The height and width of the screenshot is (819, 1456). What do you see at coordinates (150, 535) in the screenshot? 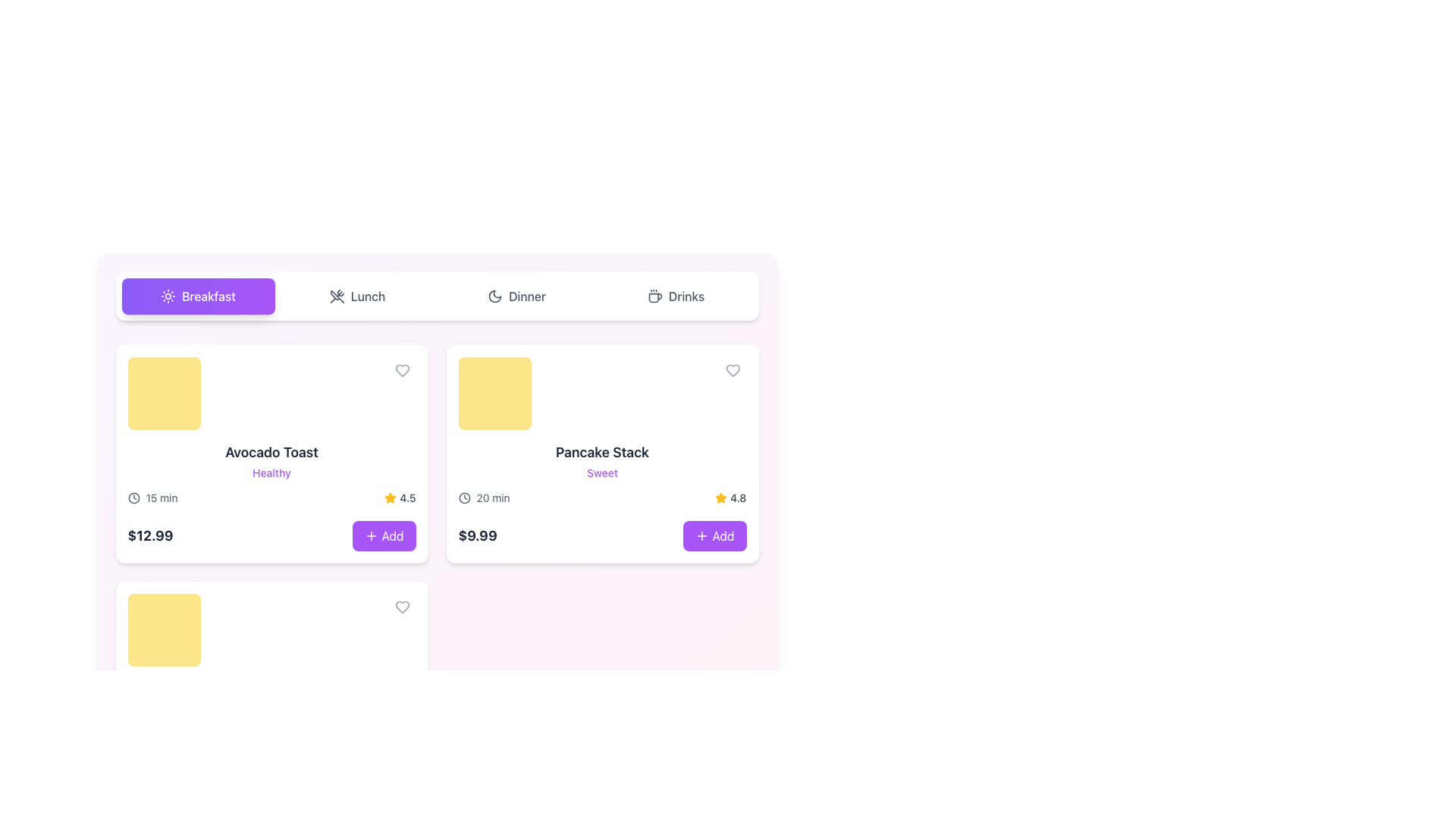
I see `the bold, large-sized text label displaying the price '$12.99' in dark gray color, which is located at the bottom left corner of the card representing 'Avocado Toast'` at bounding box center [150, 535].